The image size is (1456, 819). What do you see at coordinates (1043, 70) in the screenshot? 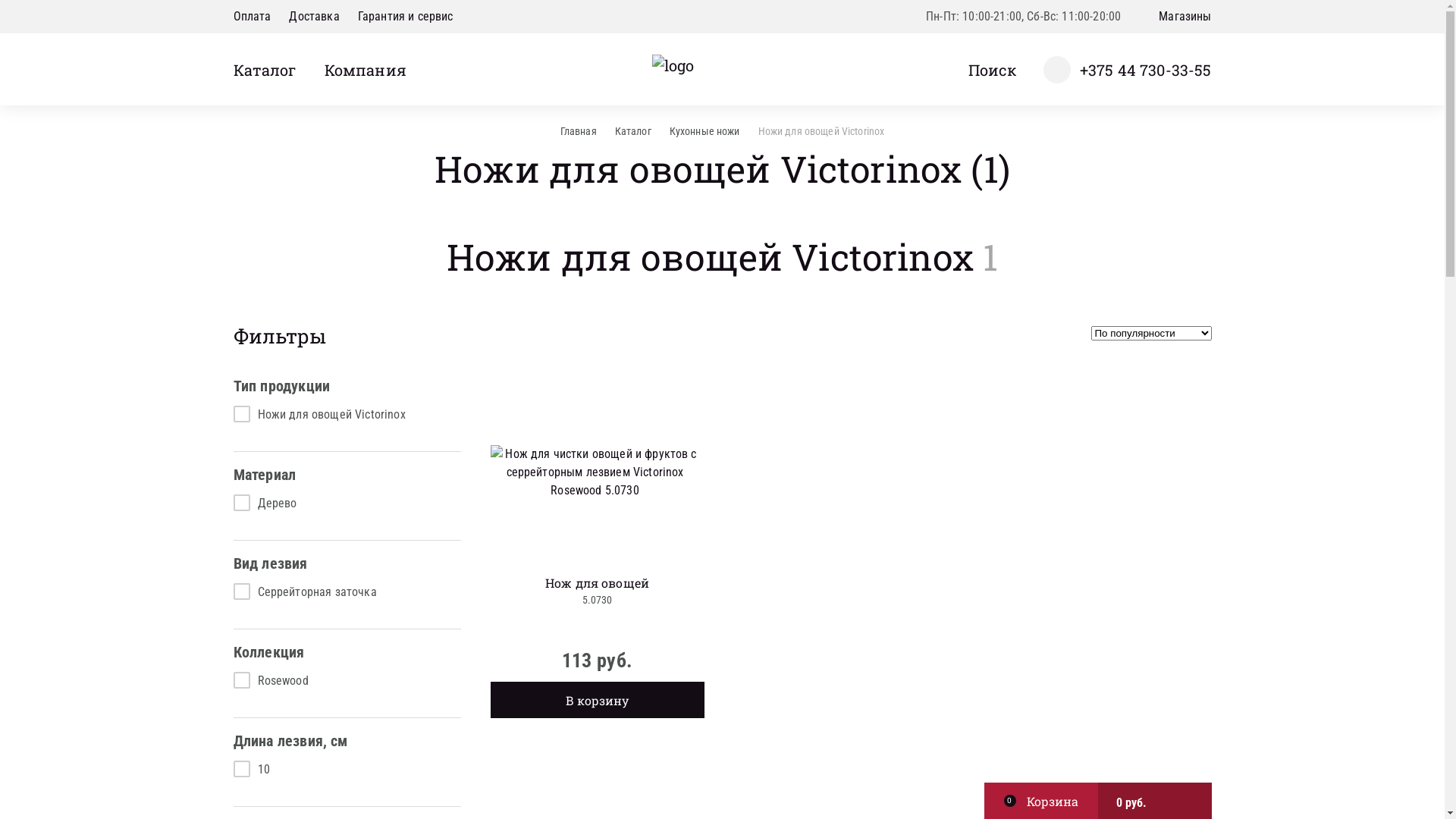
I see `'+375 44 730-33-55'` at bounding box center [1043, 70].